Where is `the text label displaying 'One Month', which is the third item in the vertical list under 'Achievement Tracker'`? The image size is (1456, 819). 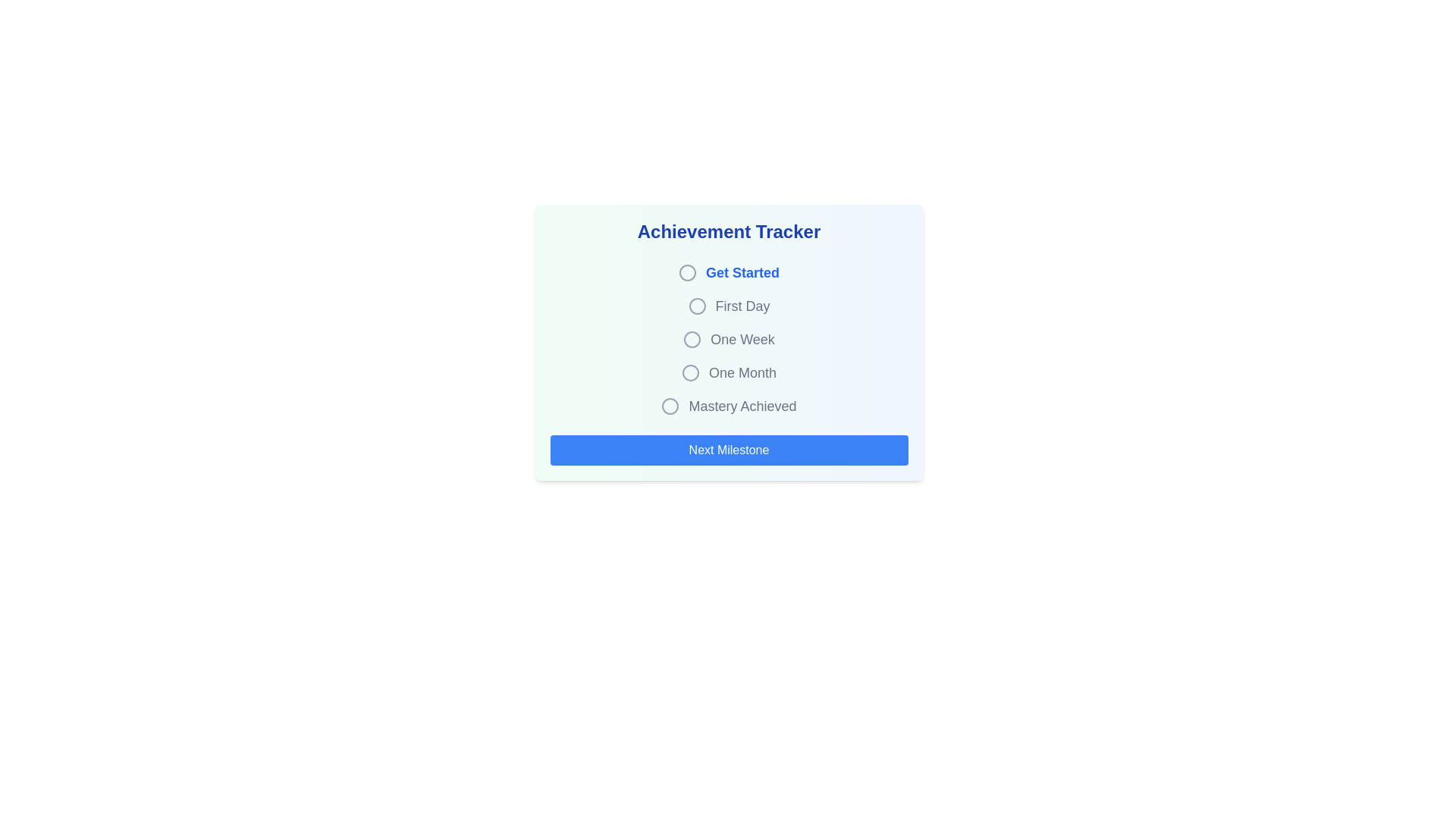 the text label displaying 'One Month', which is the third item in the vertical list under 'Achievement Tracker' is located at coordinates (742, 373).